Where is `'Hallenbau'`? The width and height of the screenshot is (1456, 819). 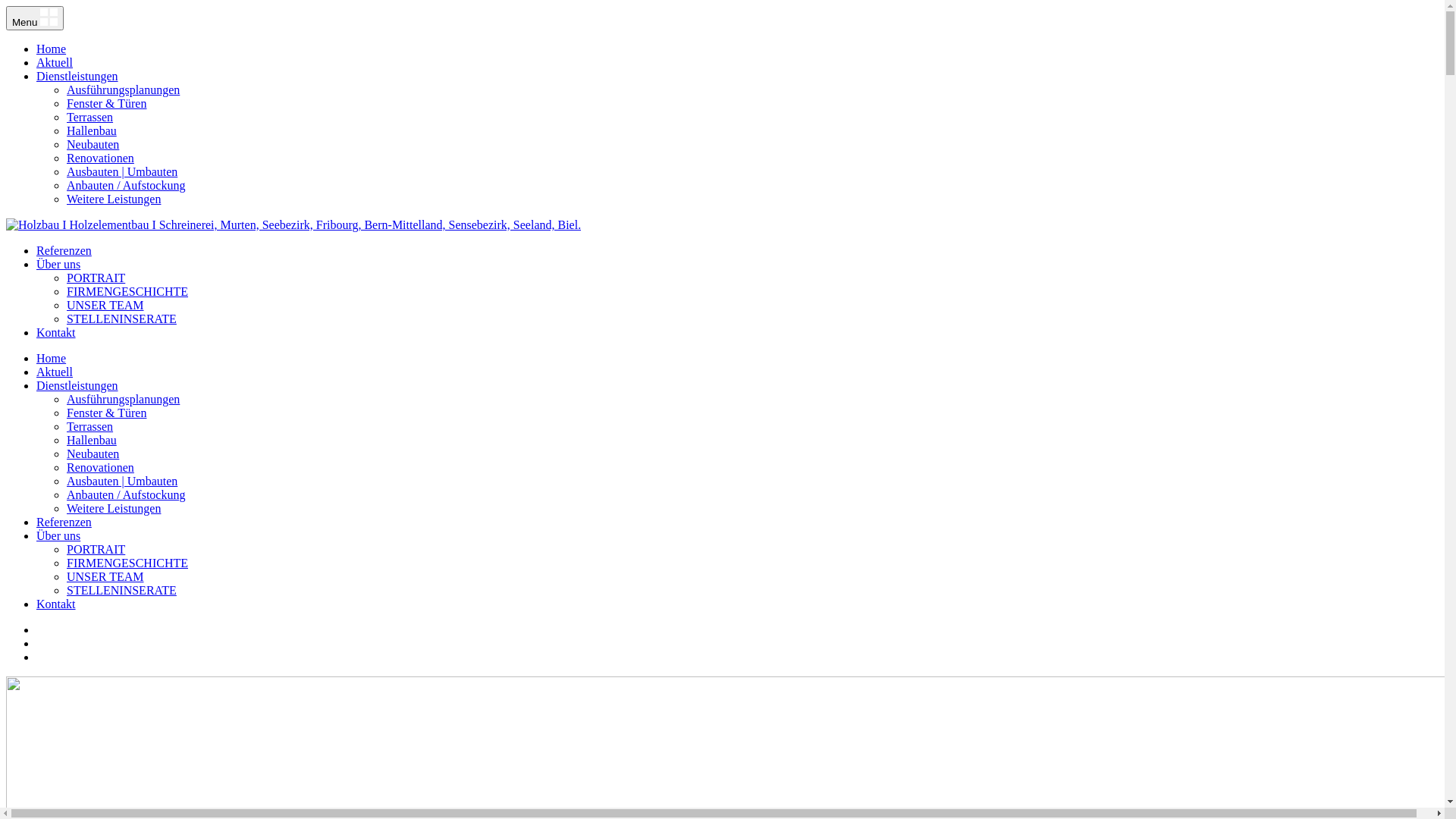 'Hallenbau' is located at coordinates (90, 440).